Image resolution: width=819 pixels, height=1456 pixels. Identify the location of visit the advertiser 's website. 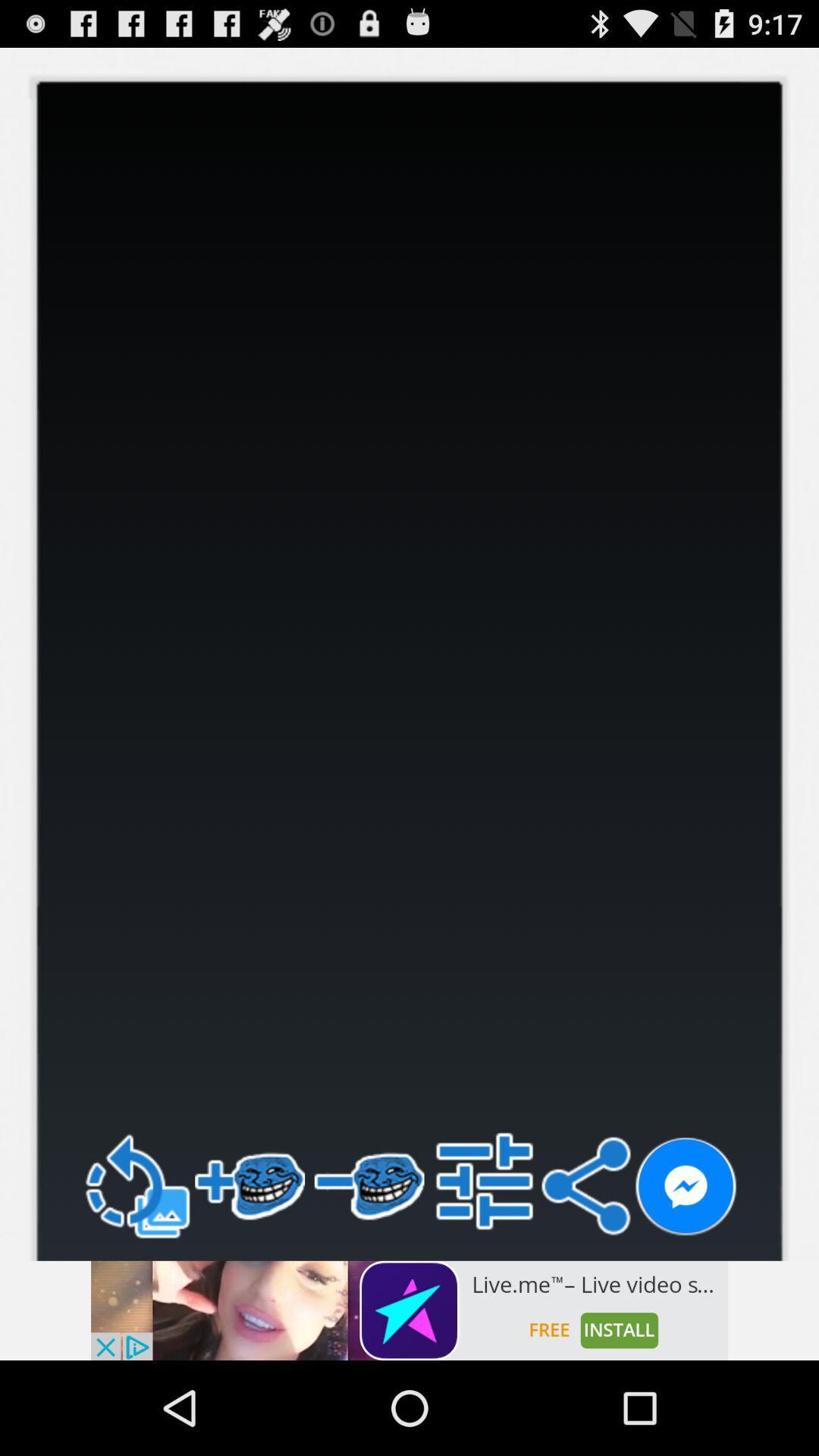
(409, 1310).